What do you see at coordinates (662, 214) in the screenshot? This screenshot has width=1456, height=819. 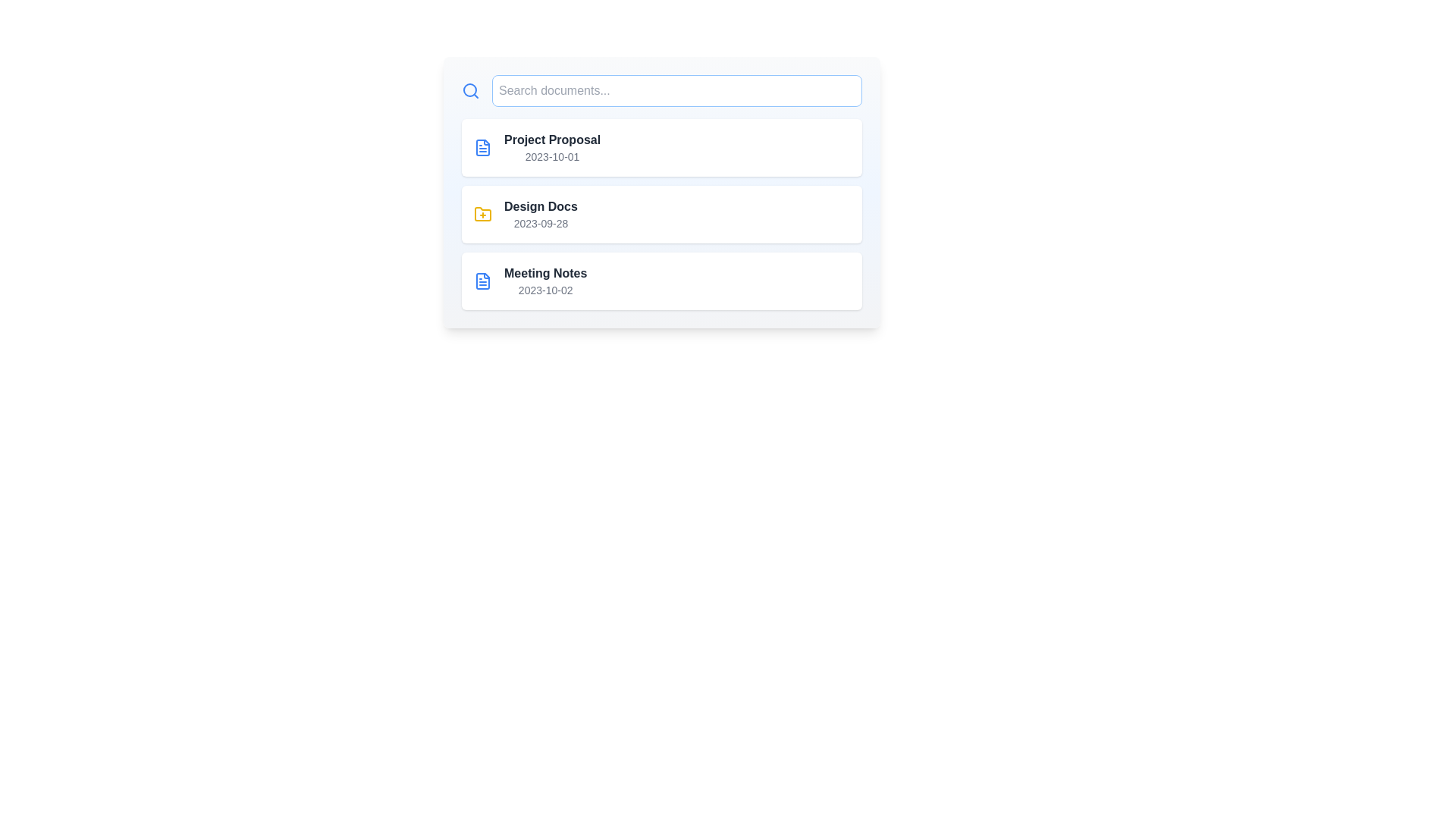 I see `the document item titled Design Docs to select it` at bounding box center [662, 214].